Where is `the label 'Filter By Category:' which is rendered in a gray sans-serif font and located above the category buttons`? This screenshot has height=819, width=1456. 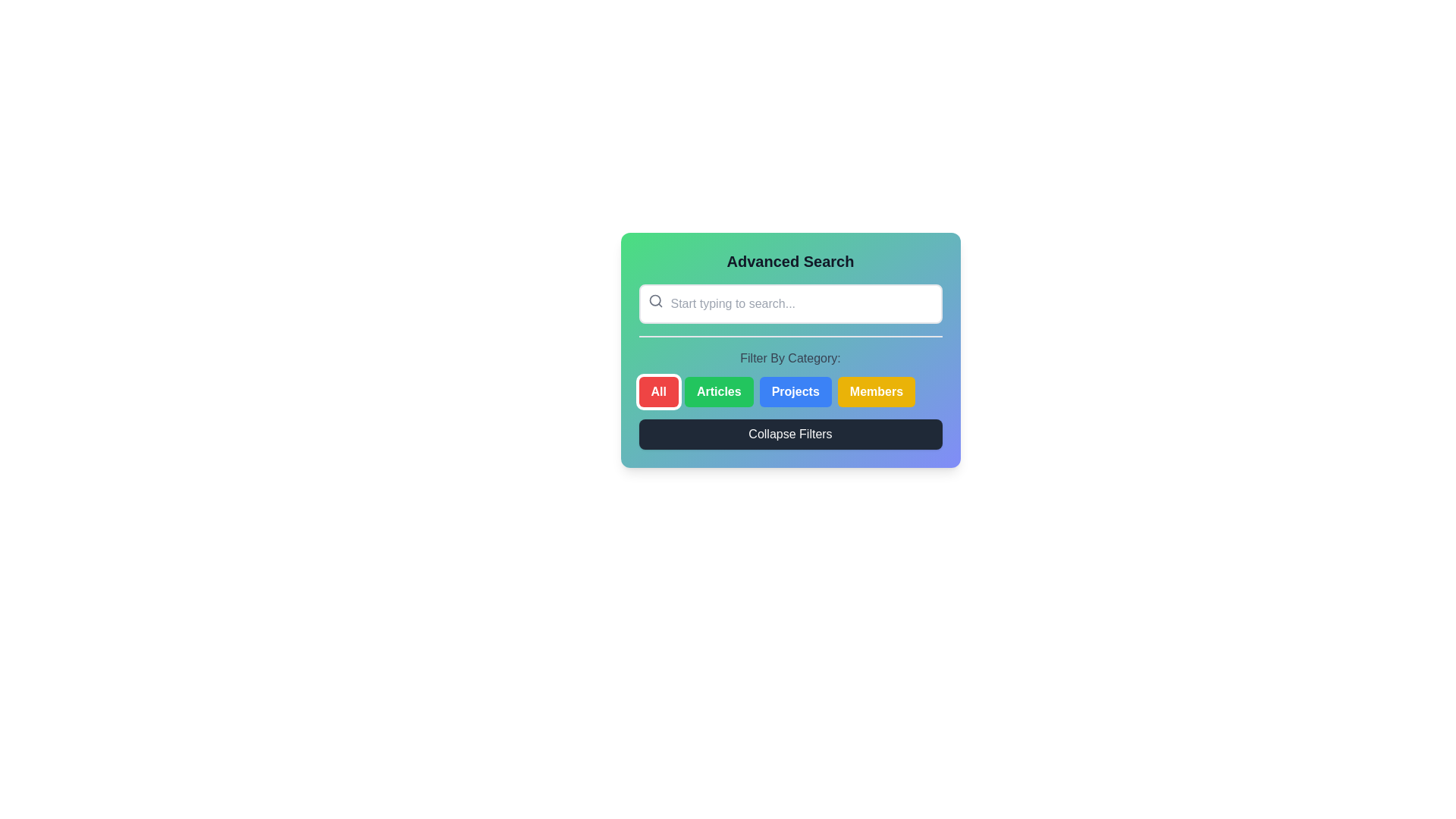
the label 'Filter By Category:' which is rendered in a gray sans-serif font and located above the category buttons is located at coordinates (789, 358).